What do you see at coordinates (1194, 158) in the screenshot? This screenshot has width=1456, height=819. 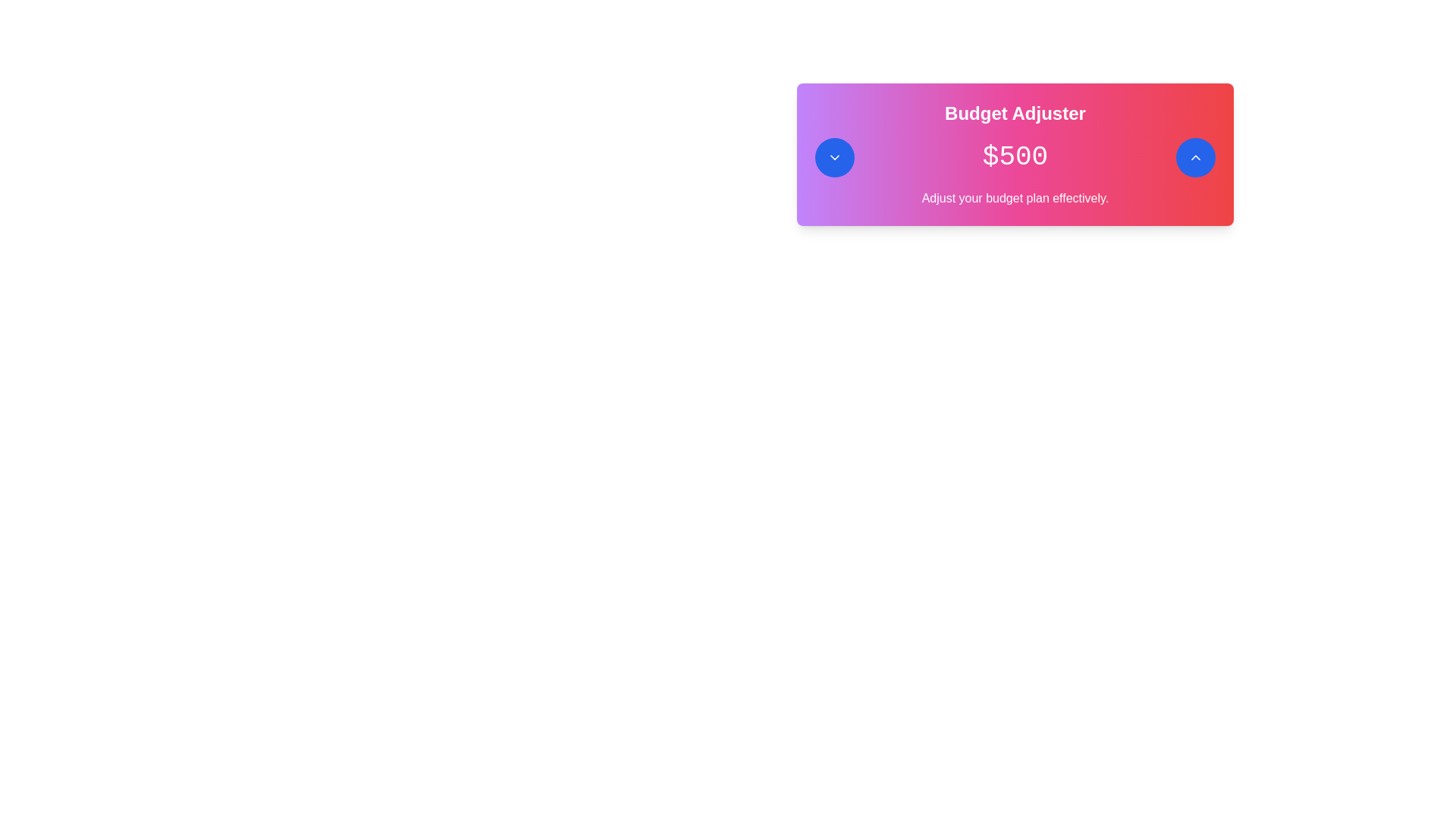 I see `the upward-pointing chevron icon within the blue circular button on the left side of the Budget Adjuster panel` at bounding box center [1194, 158].